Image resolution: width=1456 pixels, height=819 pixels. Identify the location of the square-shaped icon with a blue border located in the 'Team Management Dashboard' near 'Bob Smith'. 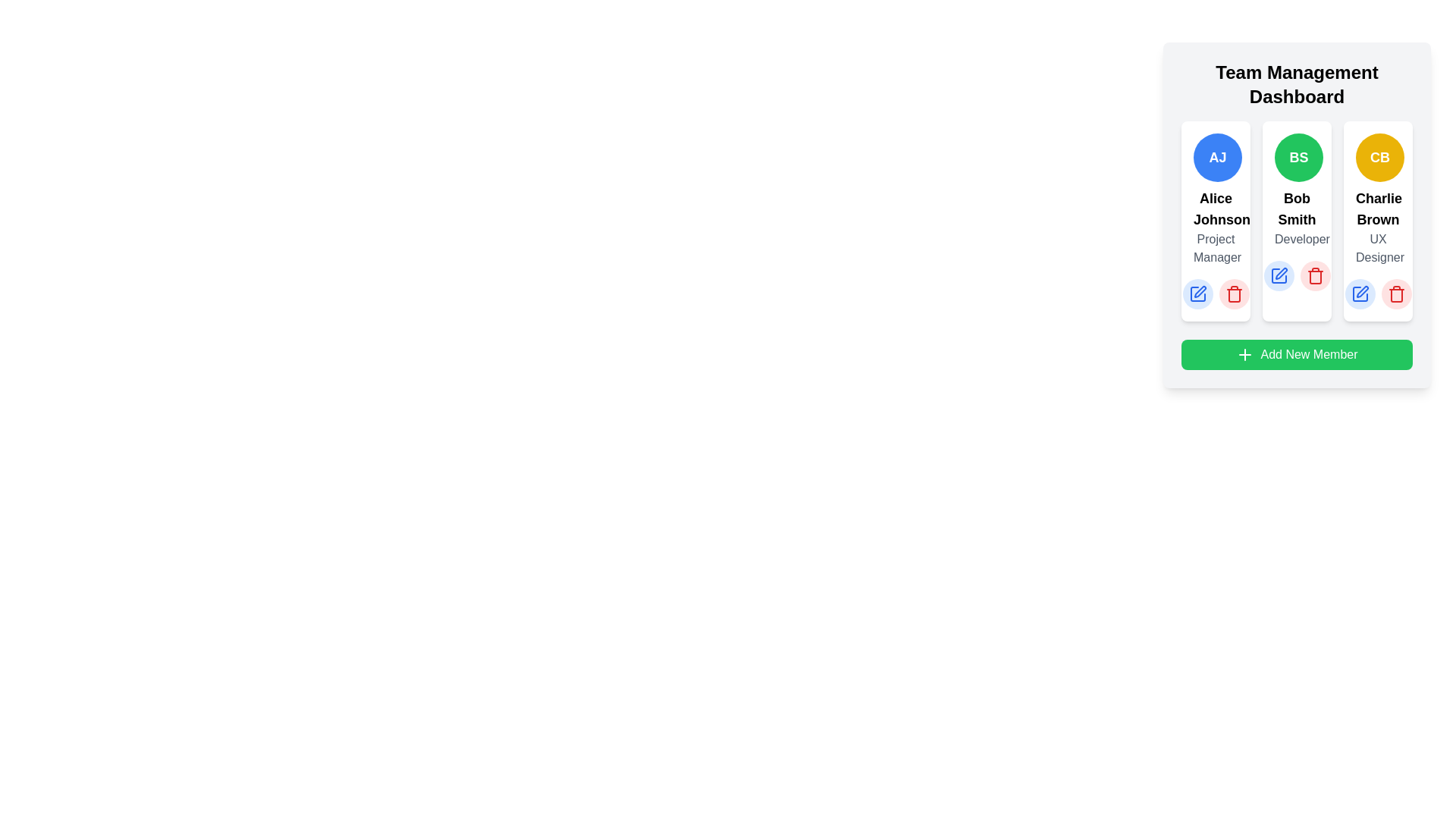
(1278, 275).